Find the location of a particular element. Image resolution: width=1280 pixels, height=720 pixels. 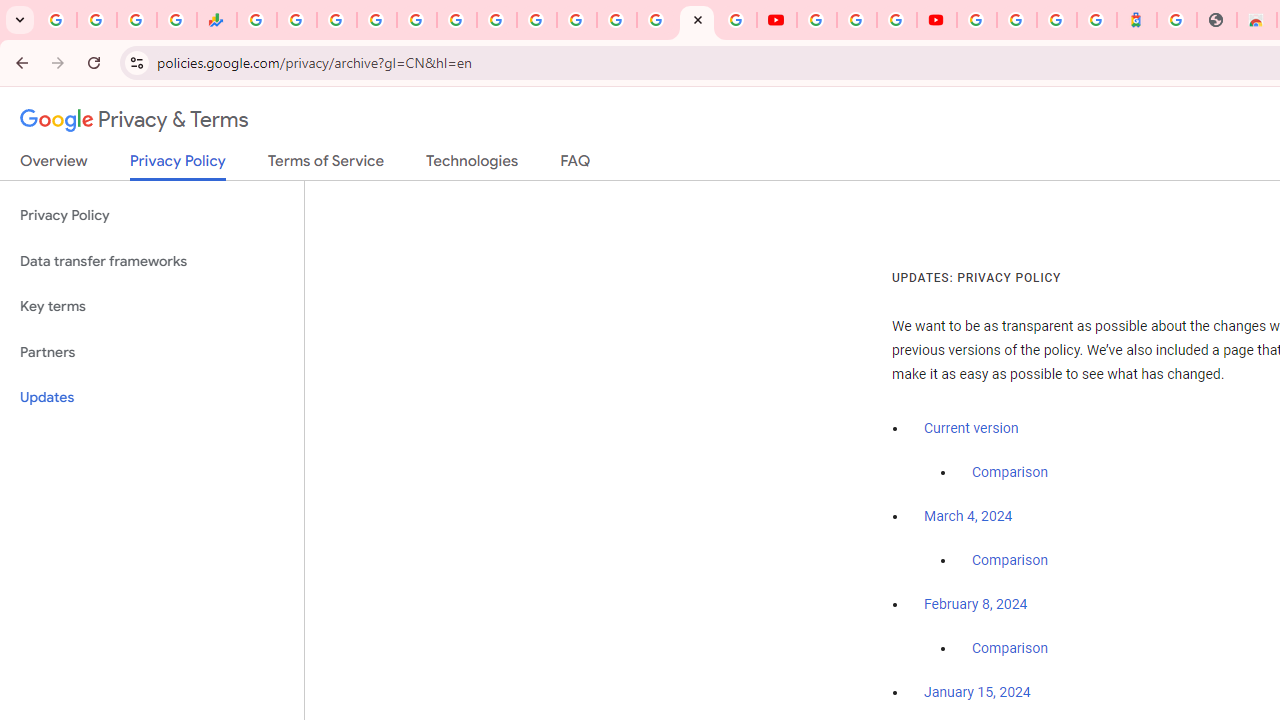

'February 8, 2024' is located at coordinates (976, 604).